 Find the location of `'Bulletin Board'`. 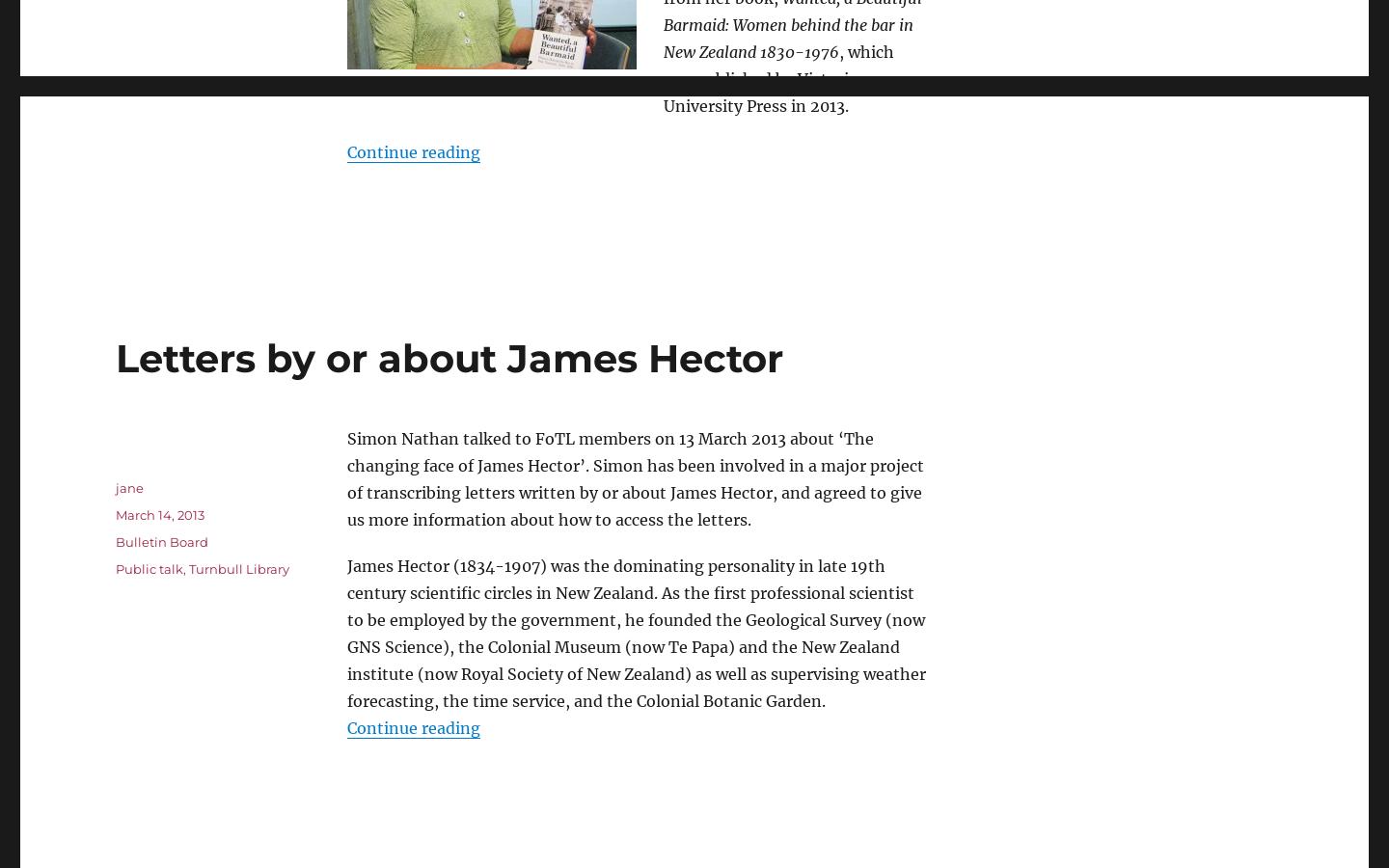

'Bulletin Board' is located at coordinates (115, 539).